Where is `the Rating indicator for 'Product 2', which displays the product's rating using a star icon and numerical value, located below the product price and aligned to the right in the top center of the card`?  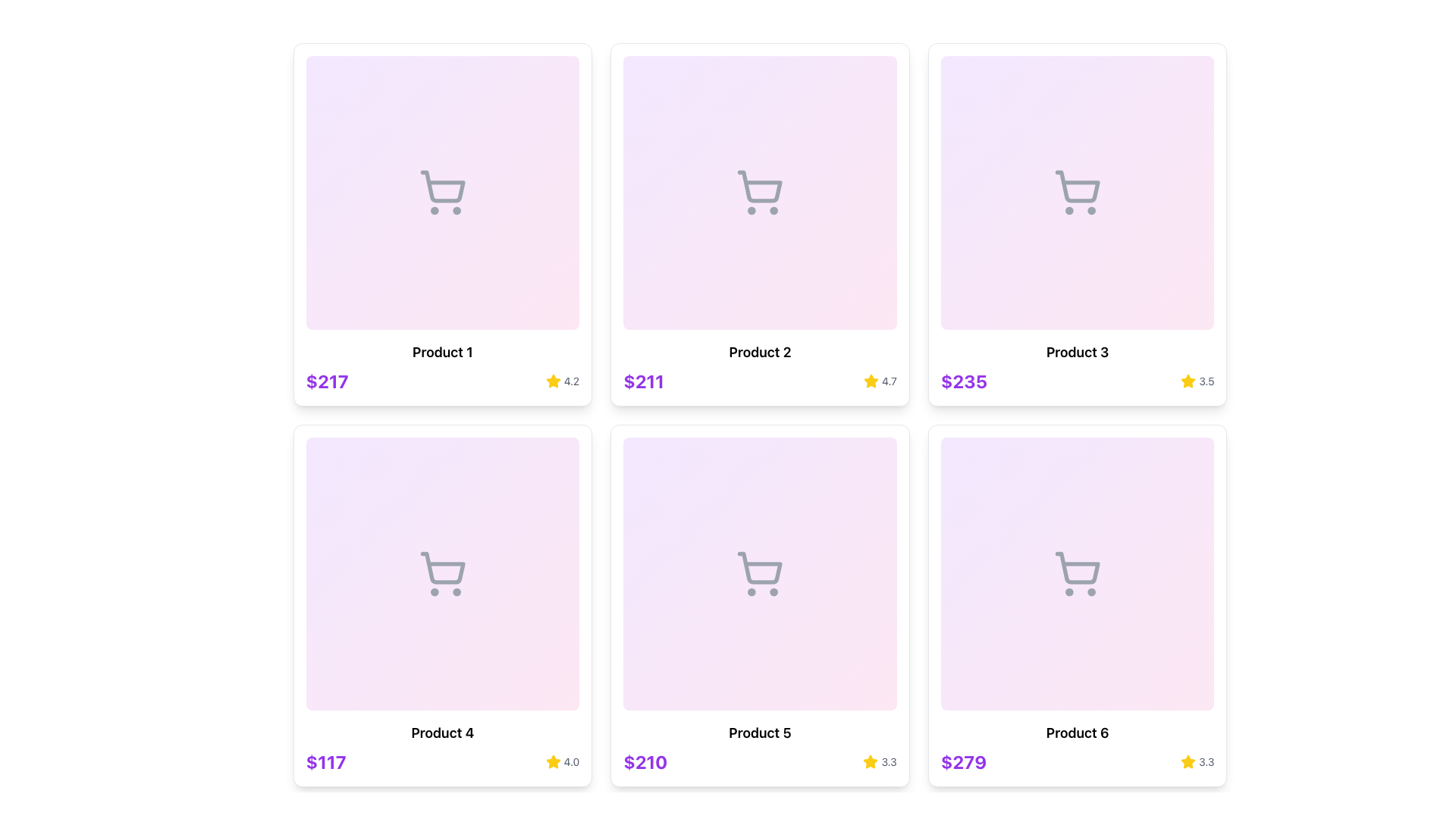
the Rating indicator for 'Product 2', which displays the product's rating using a star icon and numerical value, located below the product price and aligned to the right in the top center of the card is located at coordinates (880, 380).